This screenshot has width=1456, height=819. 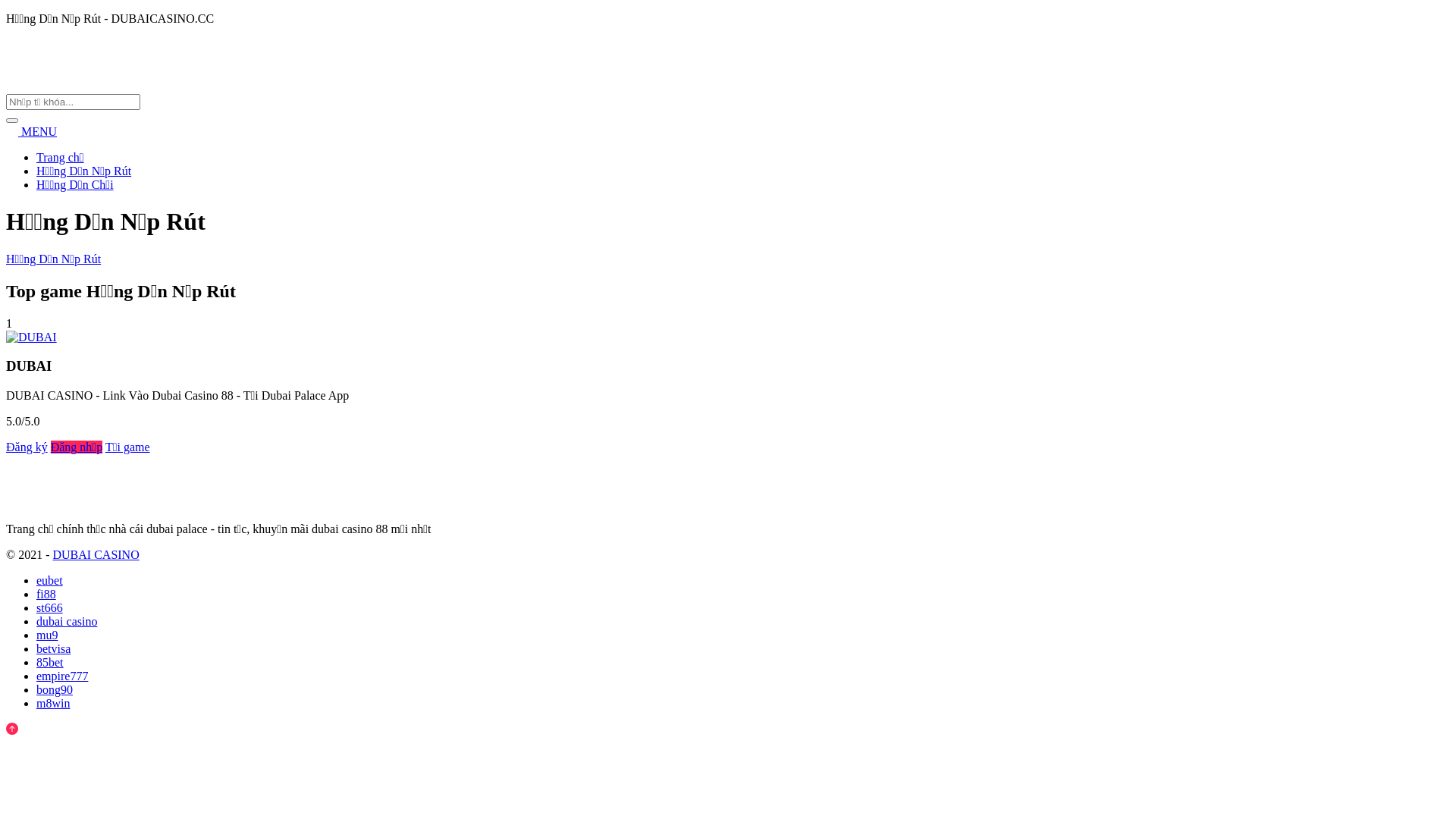 I want to click on 'MENU', so click(x=31, y=130).